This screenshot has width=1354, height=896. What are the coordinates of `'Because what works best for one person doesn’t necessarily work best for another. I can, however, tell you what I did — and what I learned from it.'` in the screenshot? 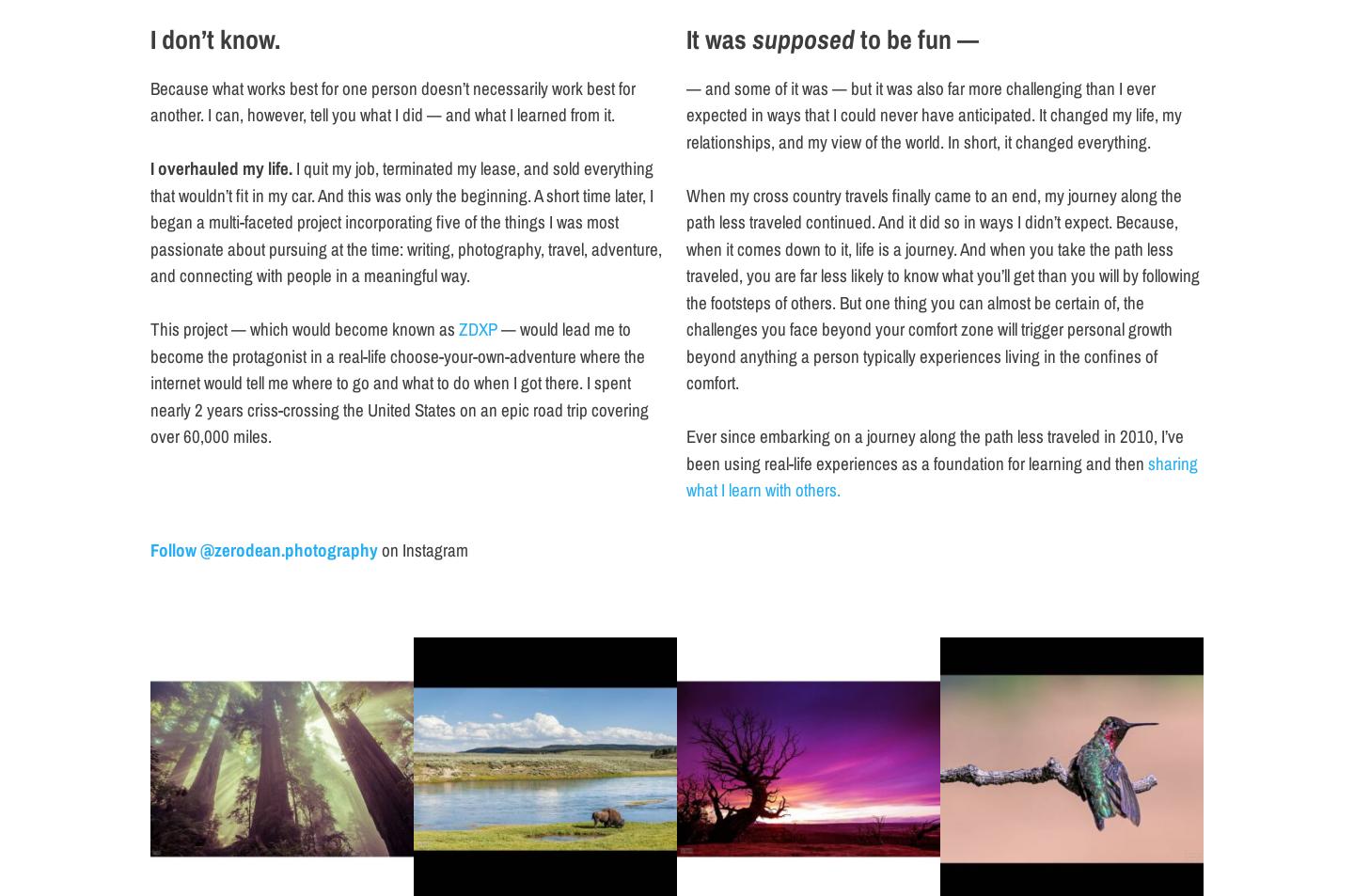 It's located at (149, 100).